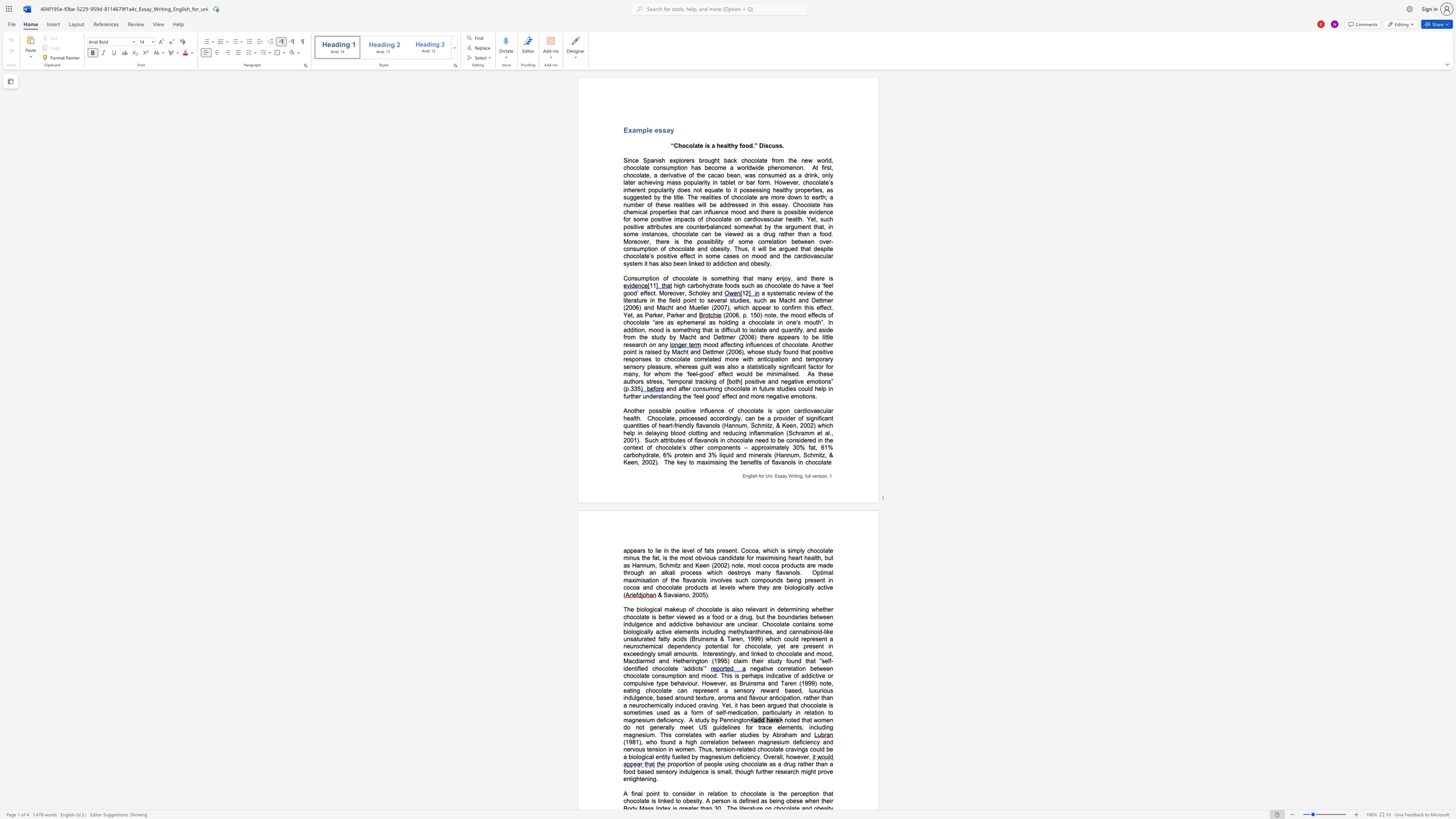  What do you see at coordinates (742, 675) in the screenshot?
I see `the subset text "perhaps i" within the text "perhaps indicative"` at bounding box center [742, 675].